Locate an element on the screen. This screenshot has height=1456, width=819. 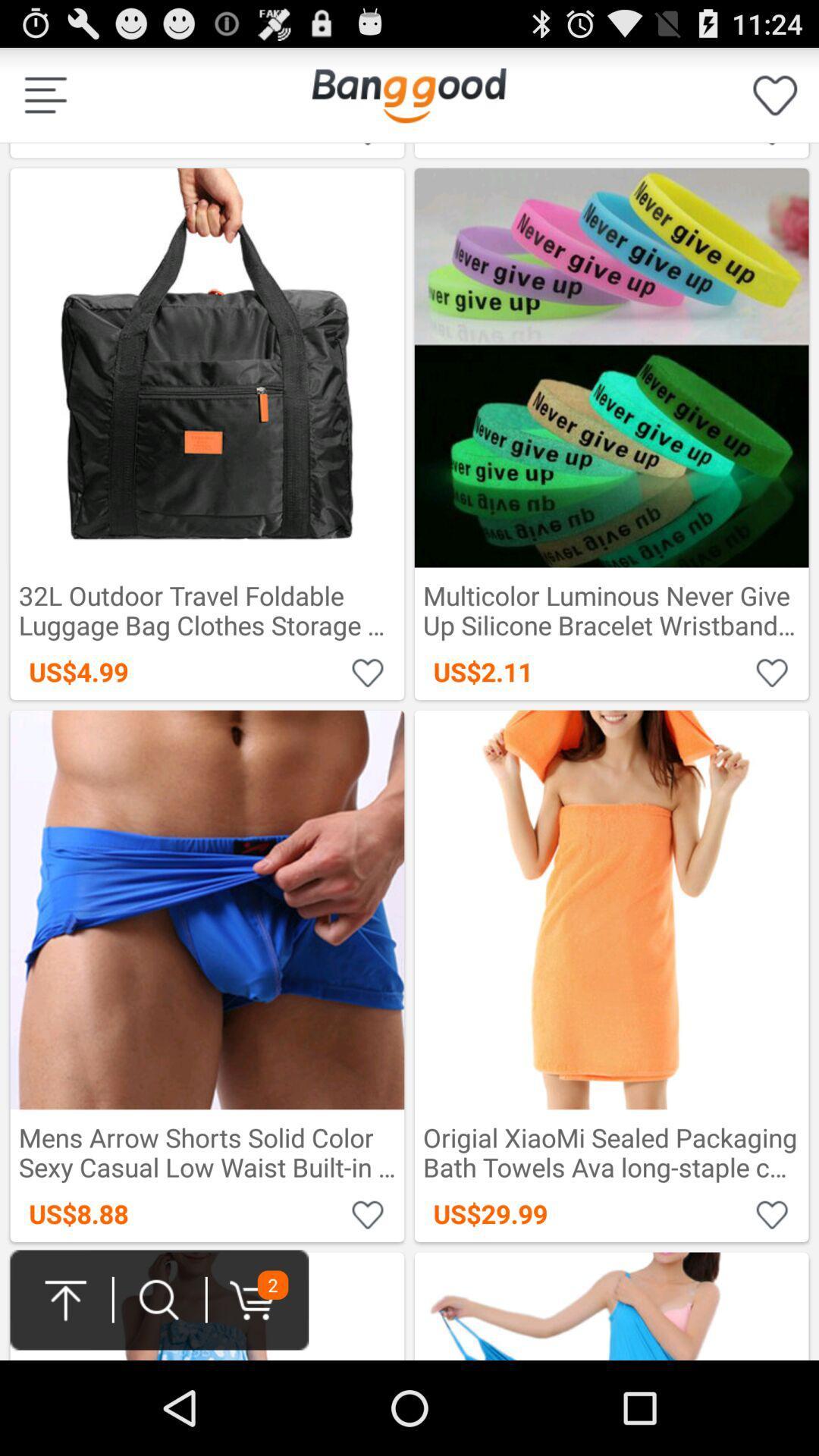
like this product is located at coordinates (368, 1213).